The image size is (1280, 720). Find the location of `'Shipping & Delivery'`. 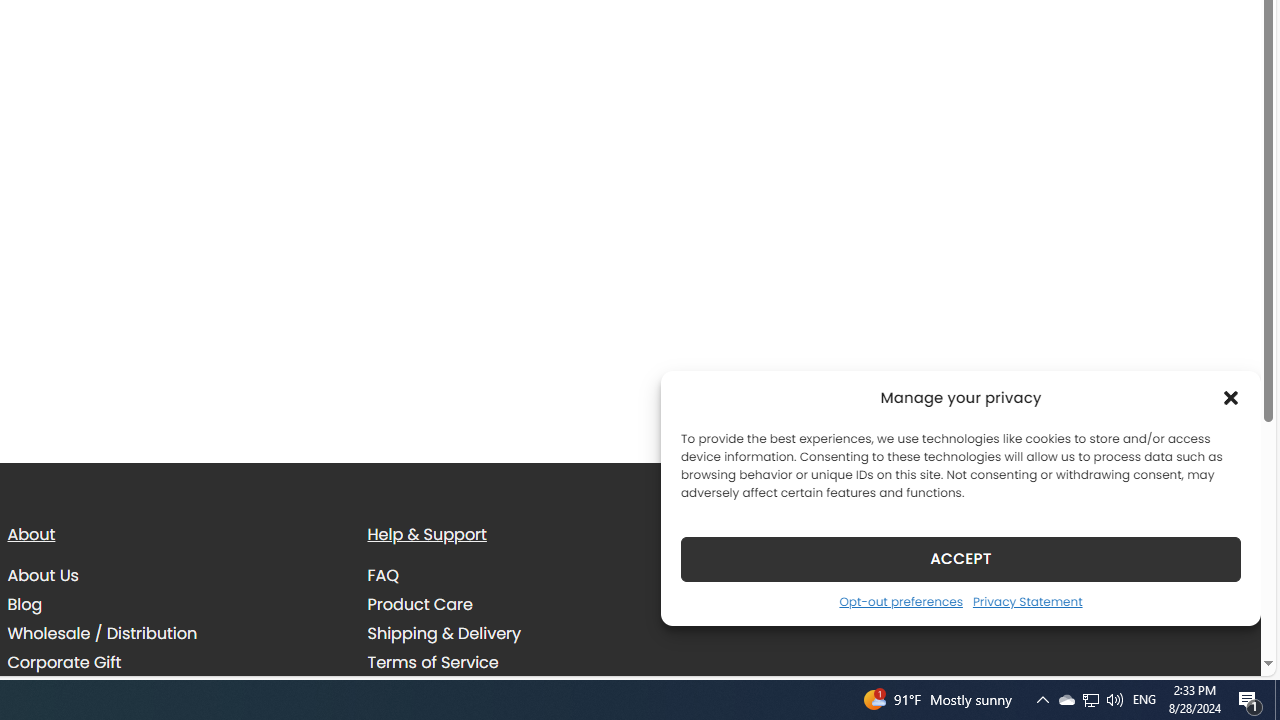

'Shipping & Delivery' is located at coordinates (443, 633).